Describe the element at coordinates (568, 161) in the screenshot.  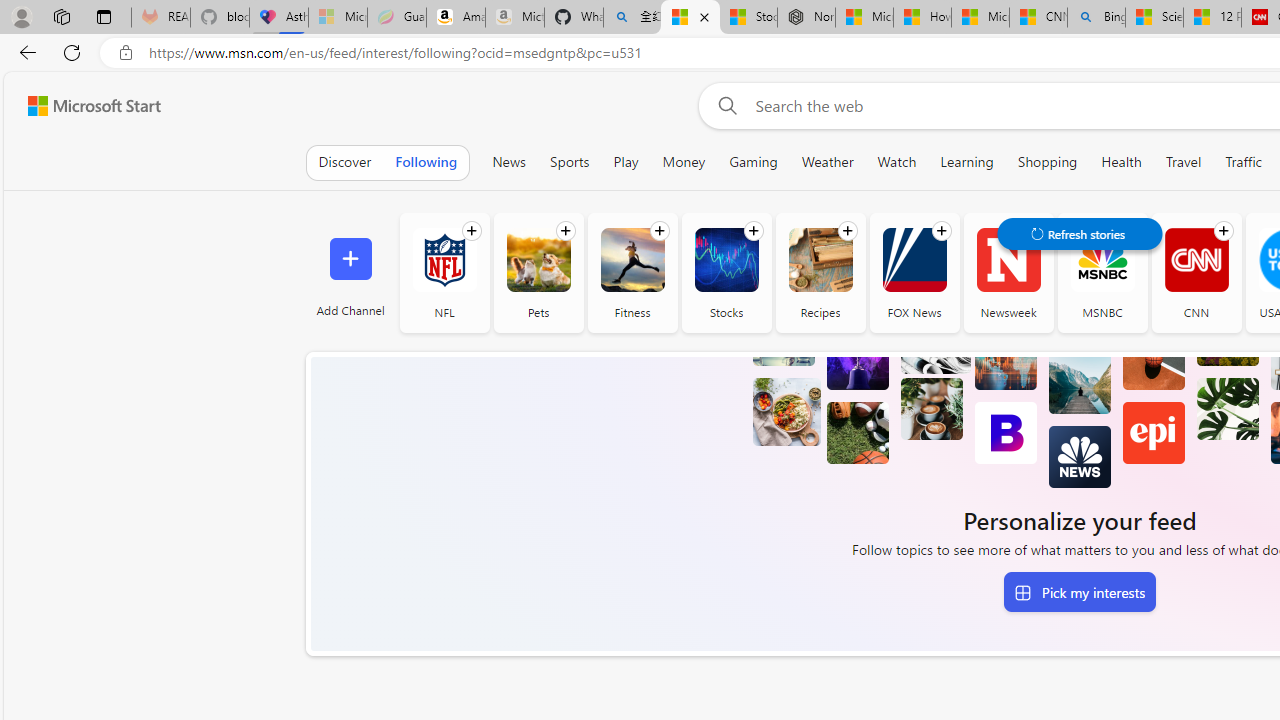
I see `'Sports'` at that location.